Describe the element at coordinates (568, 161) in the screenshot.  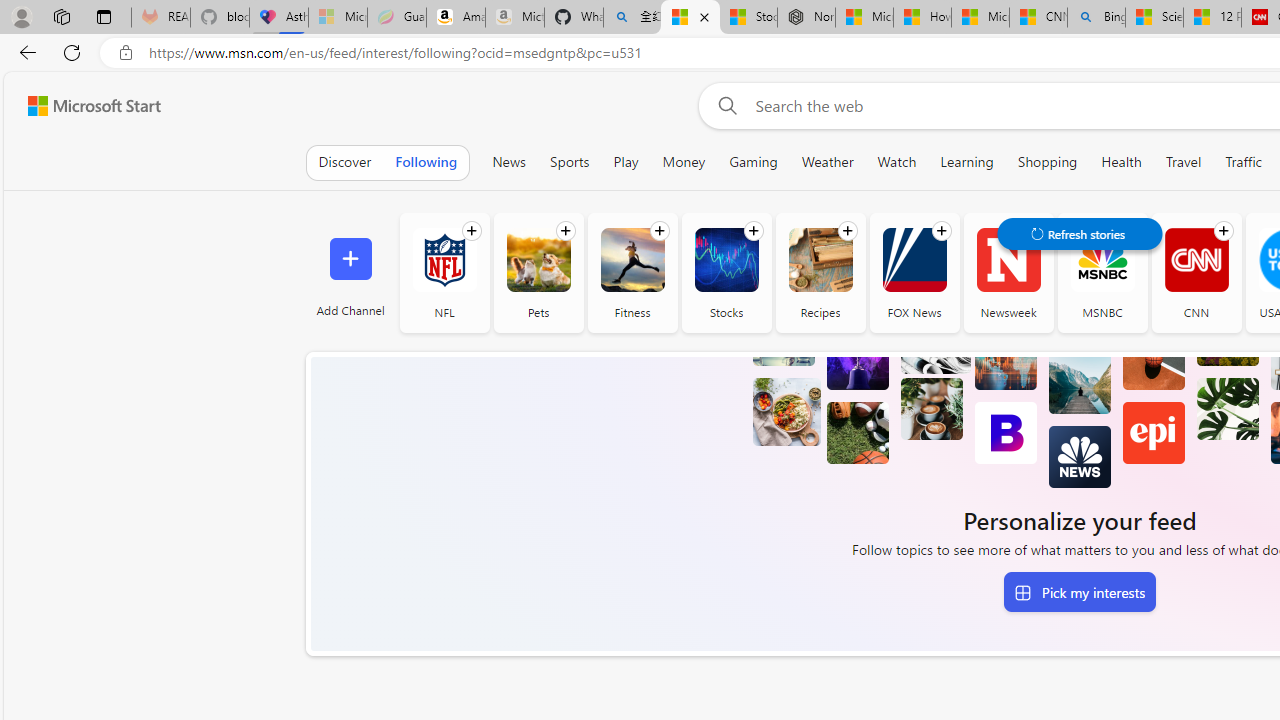
I see `'Sports'` at that location.